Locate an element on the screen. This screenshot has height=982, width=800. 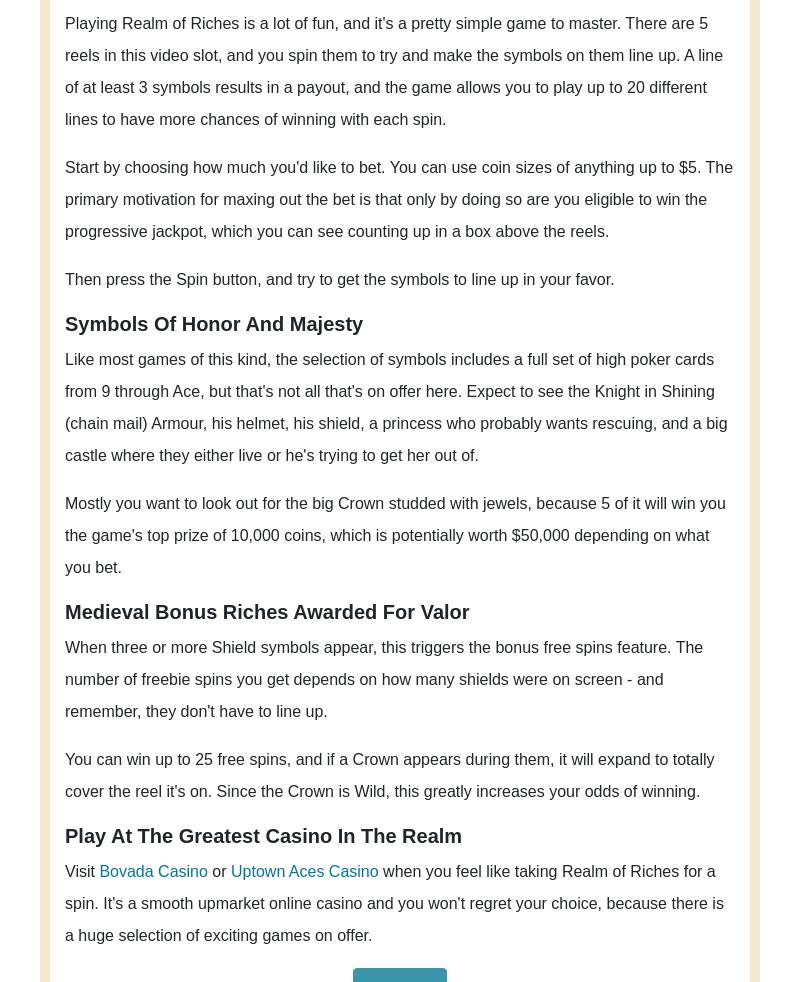
'Bitcoins' is located at coordinates (283, 722).